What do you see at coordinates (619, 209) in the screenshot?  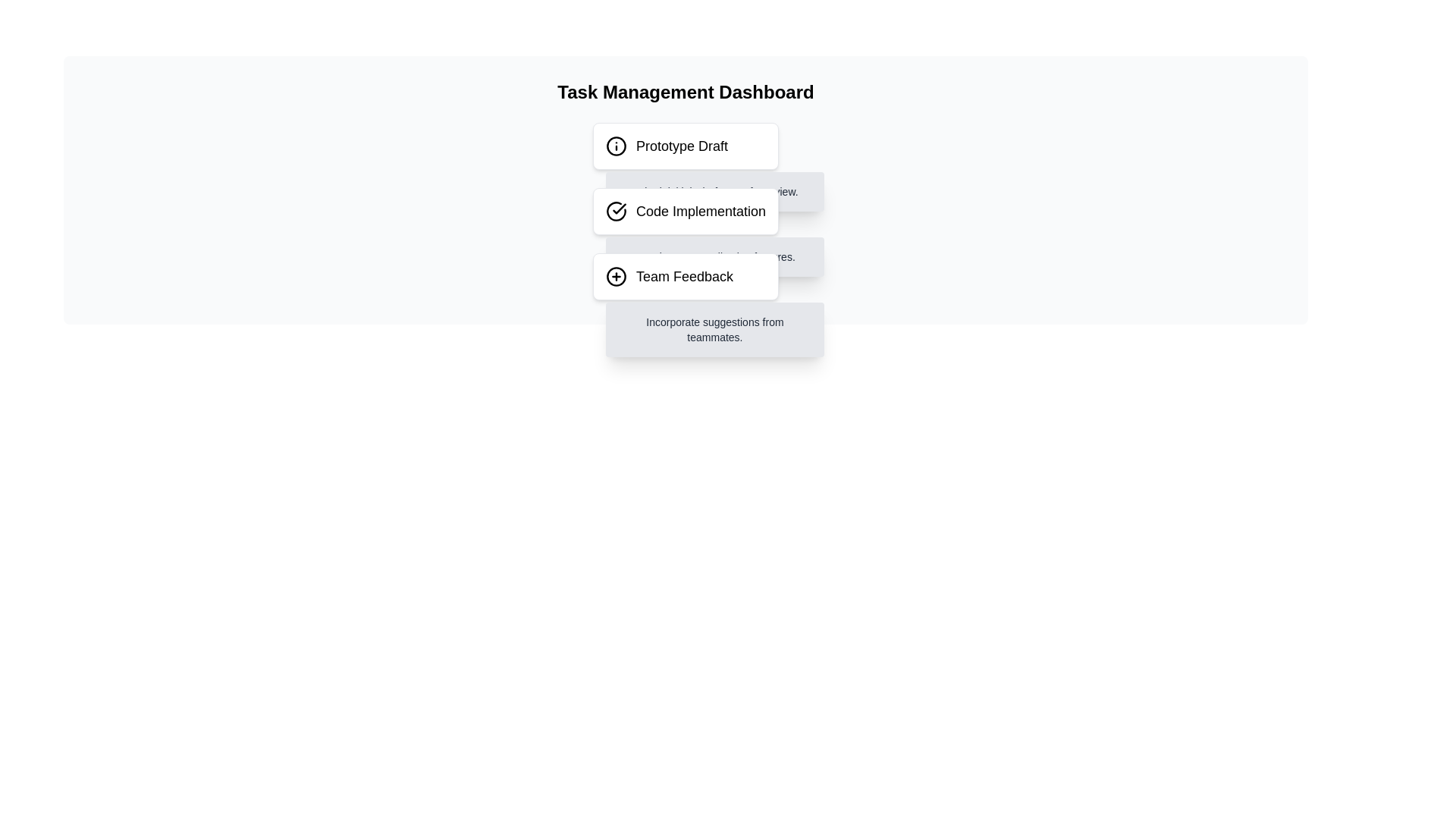 I see `checkmark icon indicating a completed state for the 'Code Implementation' task located in the lower right quadrant of the circular graphic` at bounding box center [619, 209].